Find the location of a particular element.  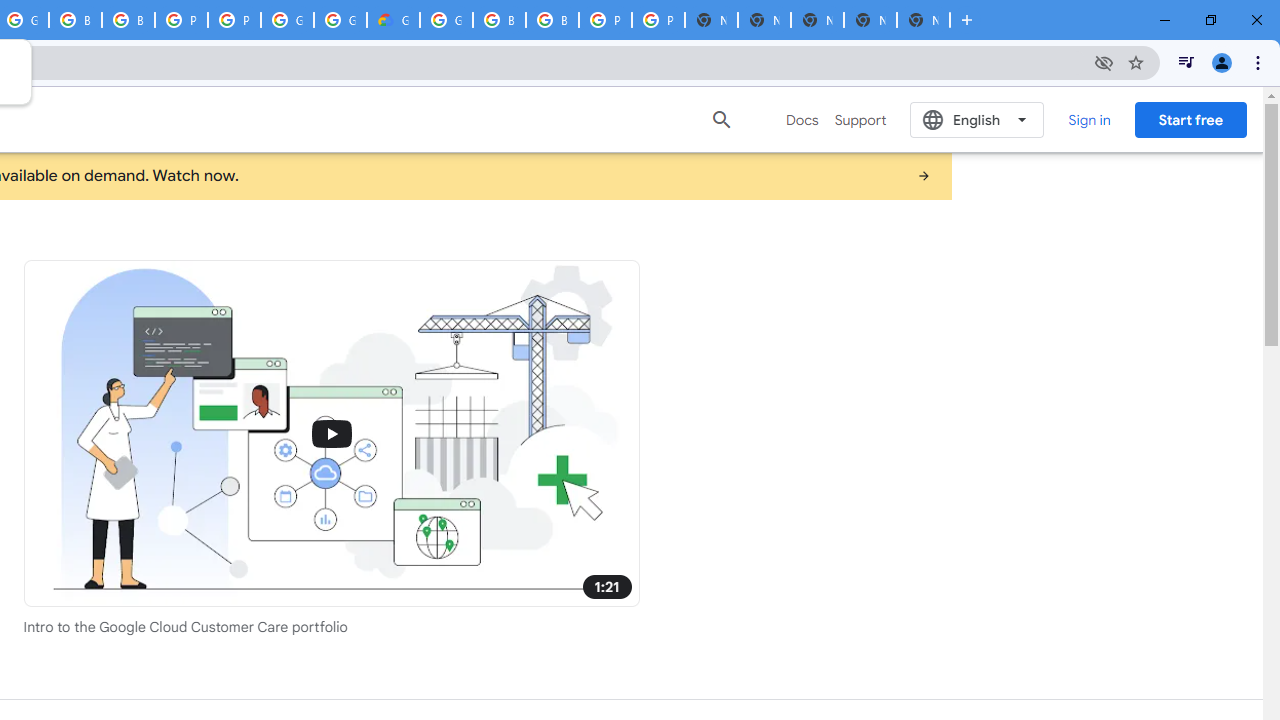

'Support' is located at coordinates (860, 119).